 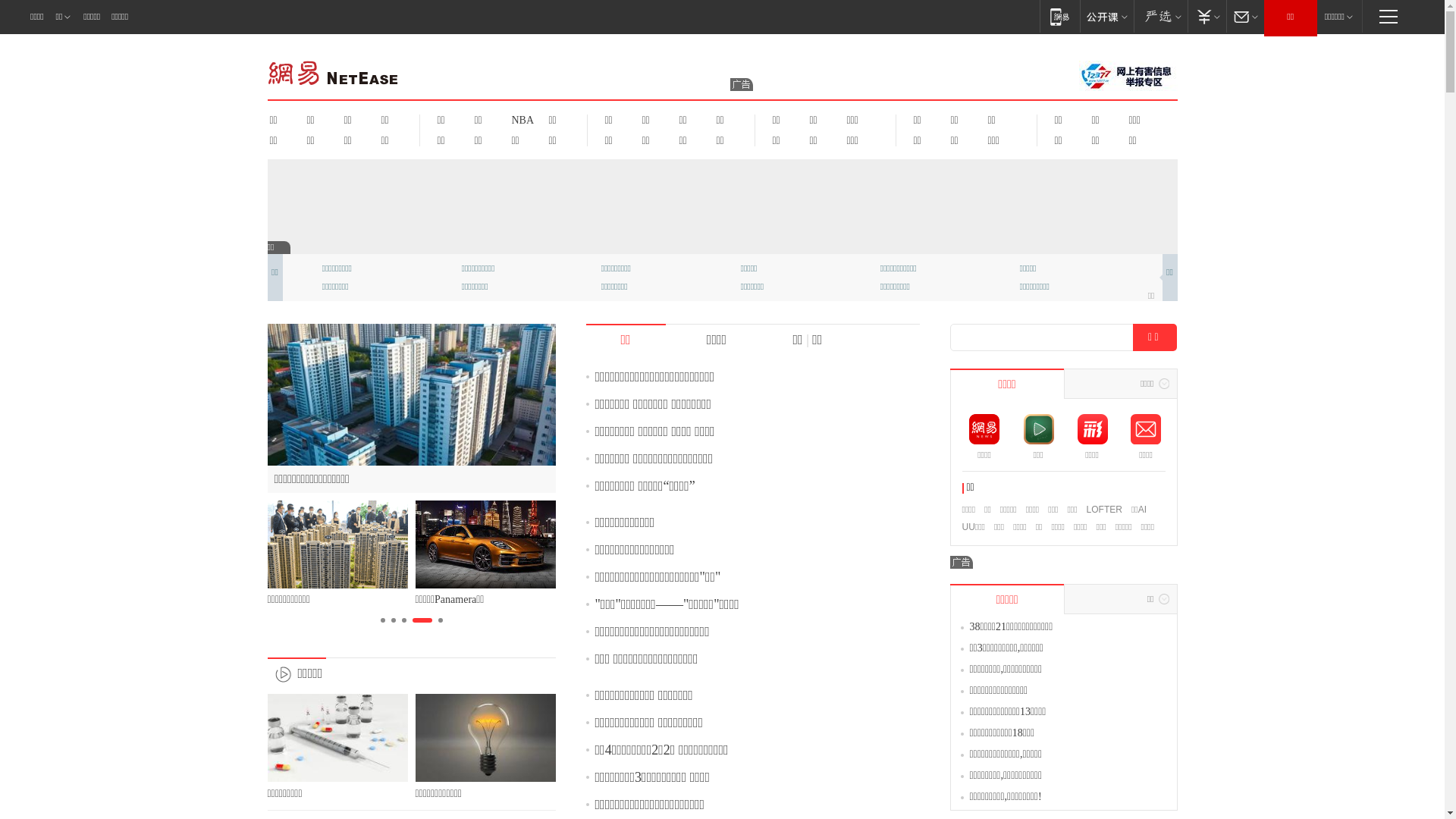 I want to click on 'LOFTER', so click(x=1086, y=509).